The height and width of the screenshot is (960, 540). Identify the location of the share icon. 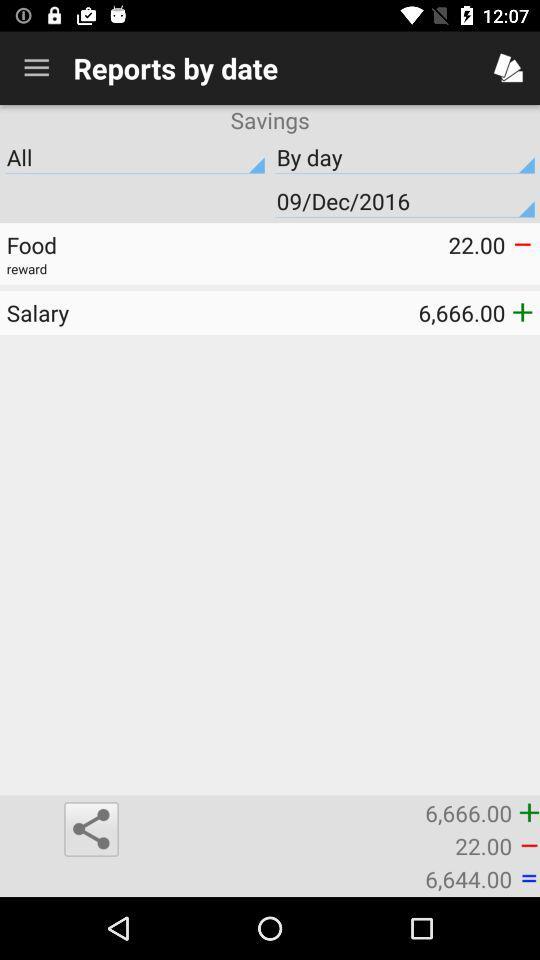
(90, 829).